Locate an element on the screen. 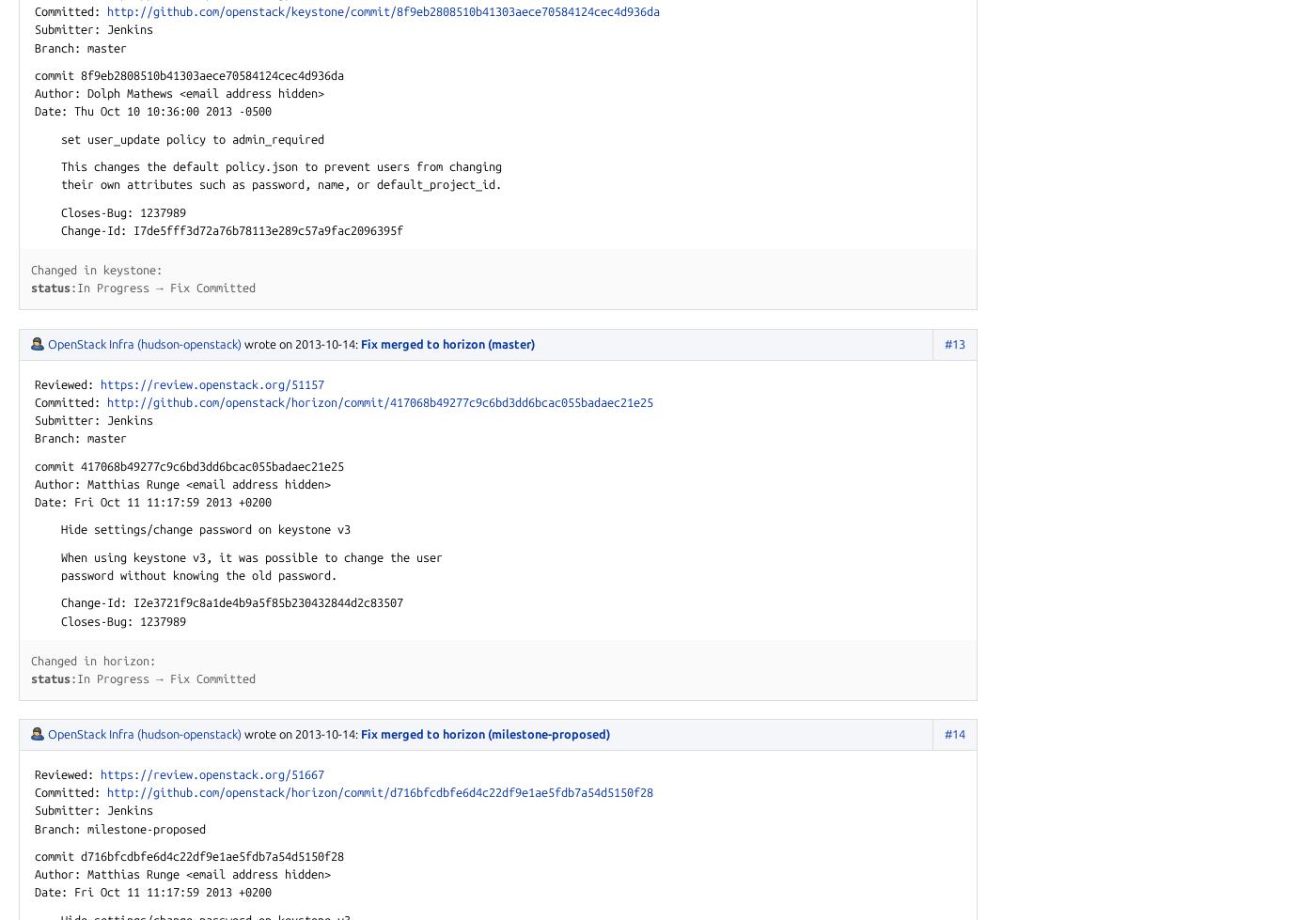  'Change-Id: I7de5fff3d72a76' is located at coordinates (133, 230).